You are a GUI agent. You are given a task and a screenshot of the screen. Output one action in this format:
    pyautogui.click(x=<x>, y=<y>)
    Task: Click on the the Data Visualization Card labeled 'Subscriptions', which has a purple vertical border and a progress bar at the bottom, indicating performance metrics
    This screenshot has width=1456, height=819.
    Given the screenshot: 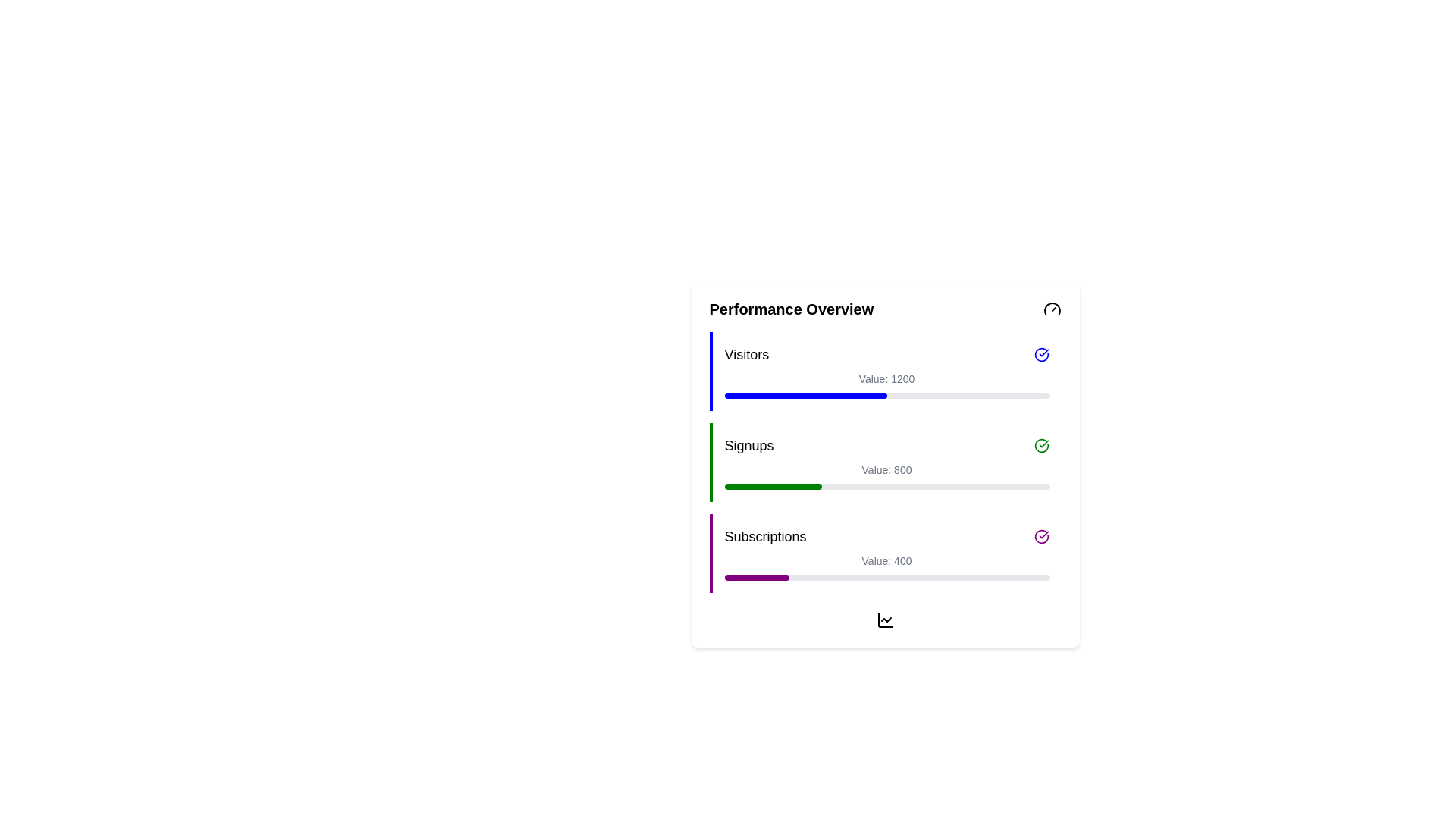 What is the action you would take?
    pyautogui.click(x=885, y=553)
    